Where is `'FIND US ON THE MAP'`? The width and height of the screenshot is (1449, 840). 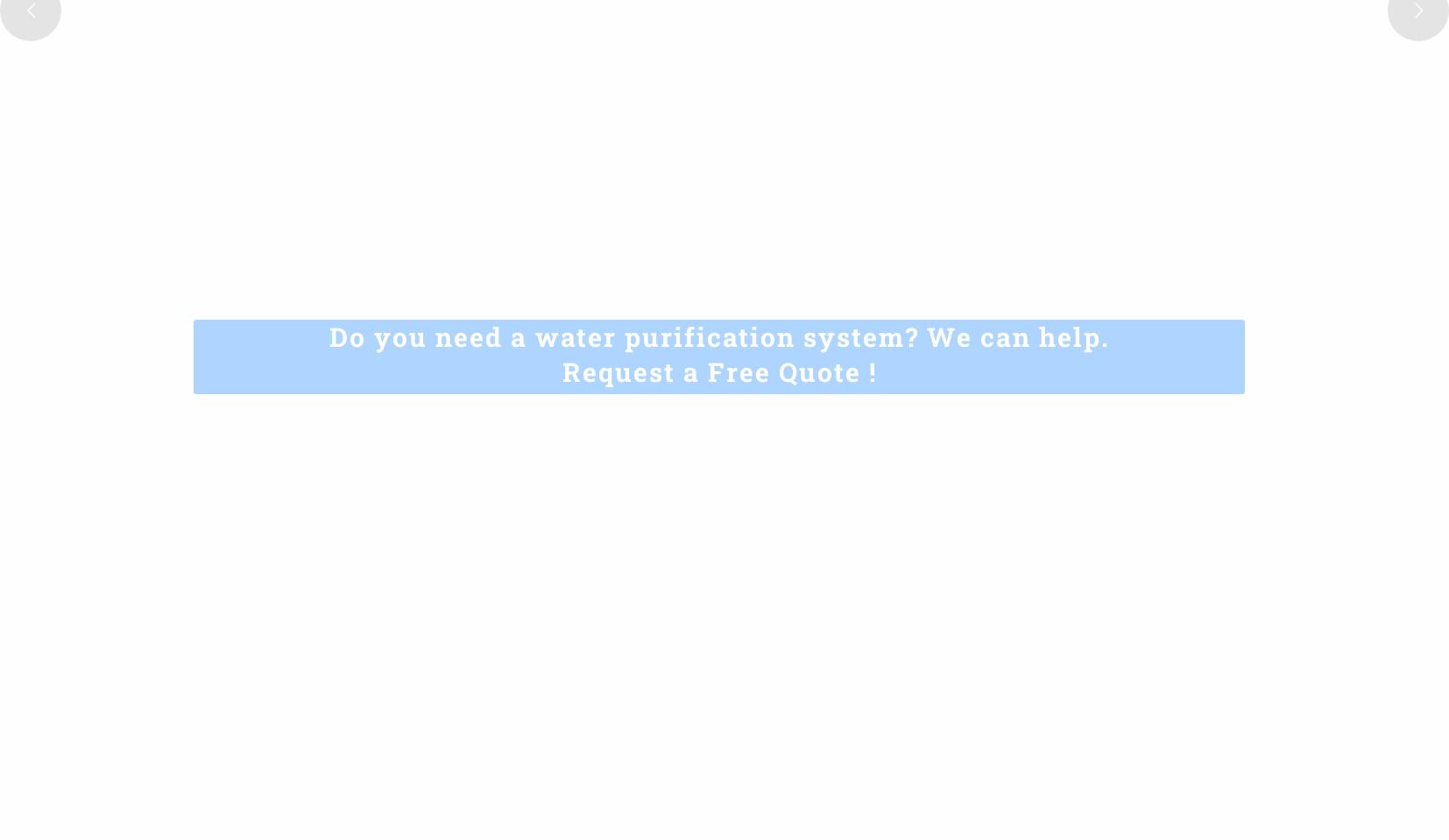 'FIND US ON THE MAP' is located at coordinates (1161, 556).